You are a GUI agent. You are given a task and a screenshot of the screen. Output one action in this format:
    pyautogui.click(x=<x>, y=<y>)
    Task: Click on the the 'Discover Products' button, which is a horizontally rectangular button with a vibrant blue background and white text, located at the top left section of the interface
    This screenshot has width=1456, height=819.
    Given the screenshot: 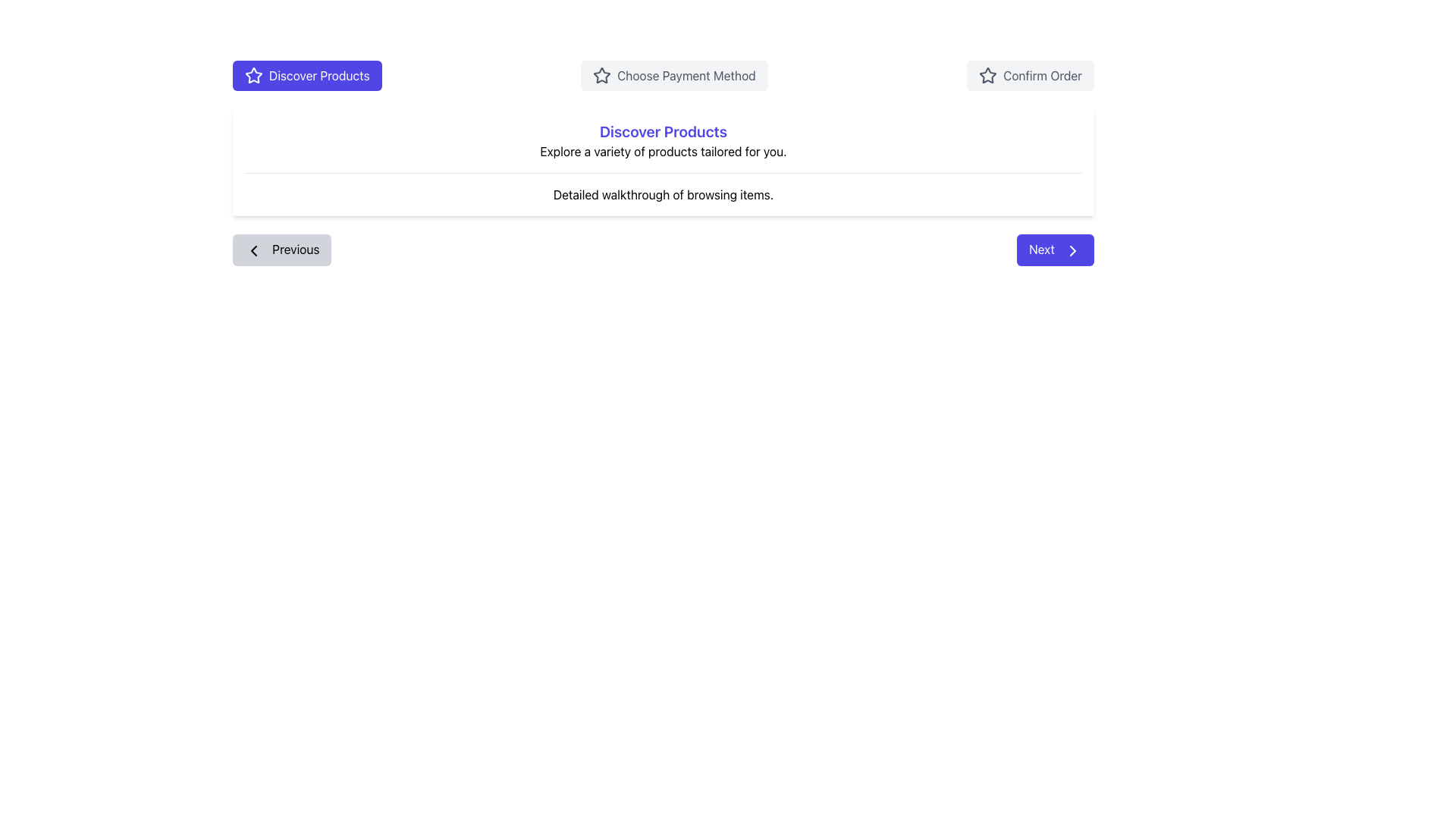 What is the action you would take?
    pyautogui.click(x=306, y=76)
    